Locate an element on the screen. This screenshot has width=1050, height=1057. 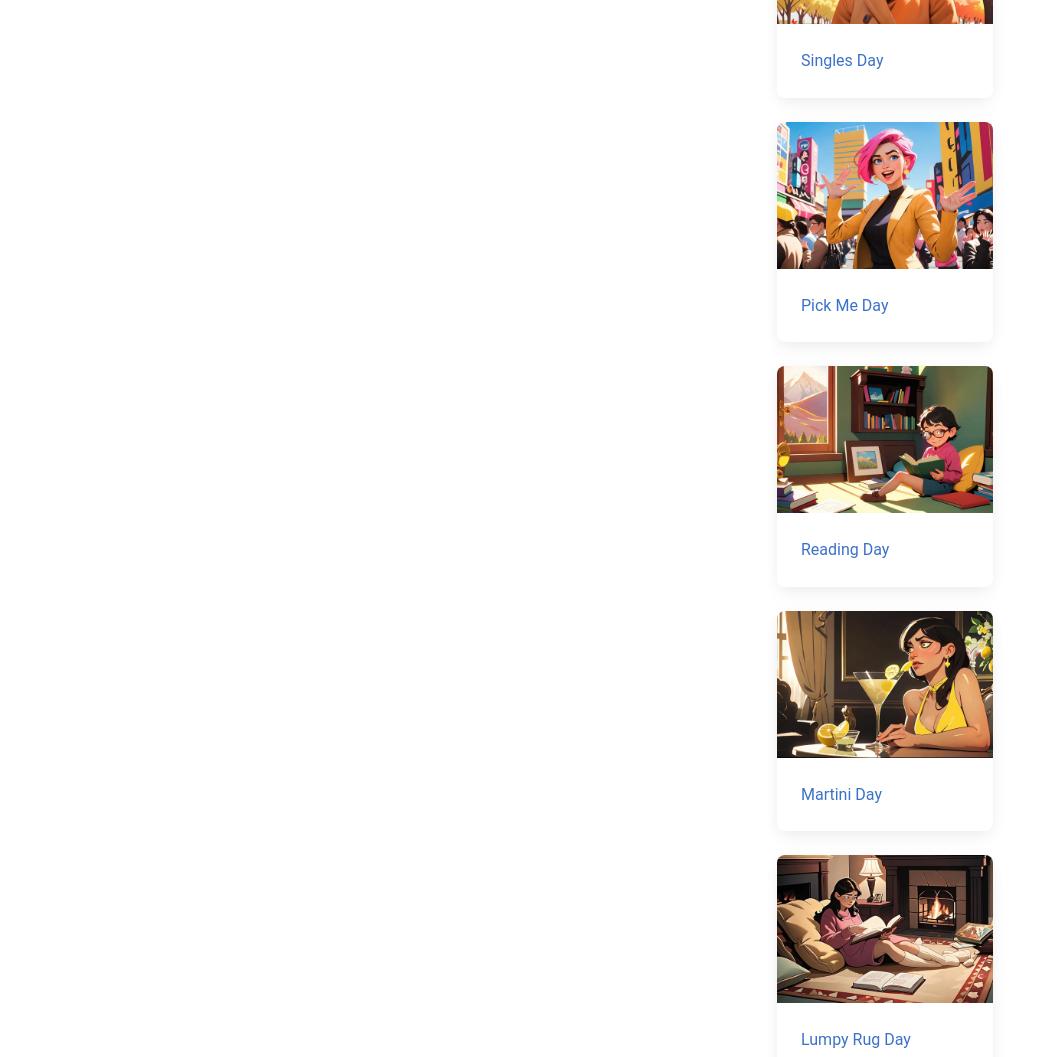
'Stay informed with our newsletter with current and upcoming day facts!' is located at coordinates (285, 697).